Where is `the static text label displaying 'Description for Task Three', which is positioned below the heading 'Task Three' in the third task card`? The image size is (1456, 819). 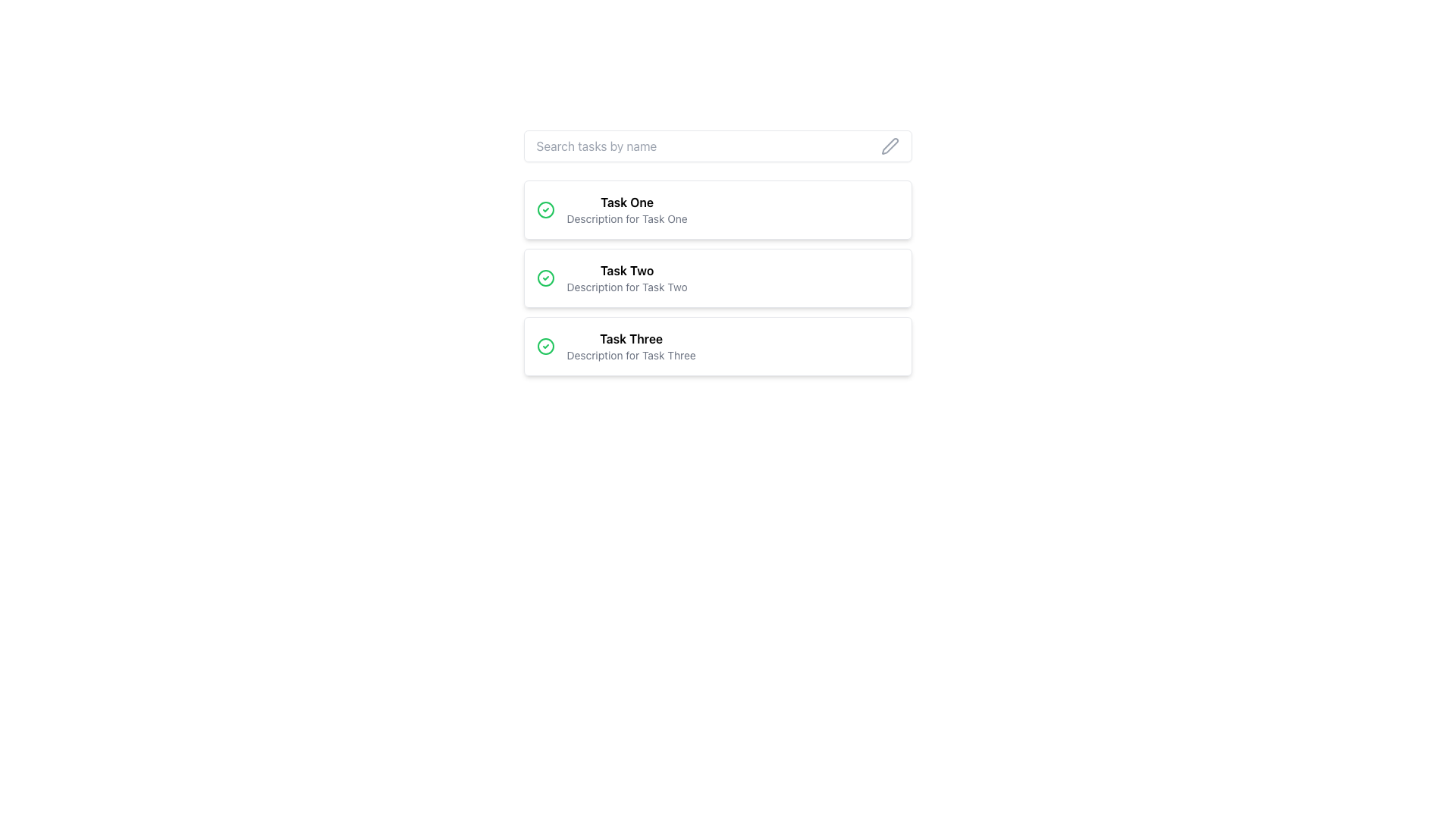
the static text label displaying 'Description for Task Three', which is positioned below the heading 'Task Three' in the third task card is located at coordinates (631, 356).